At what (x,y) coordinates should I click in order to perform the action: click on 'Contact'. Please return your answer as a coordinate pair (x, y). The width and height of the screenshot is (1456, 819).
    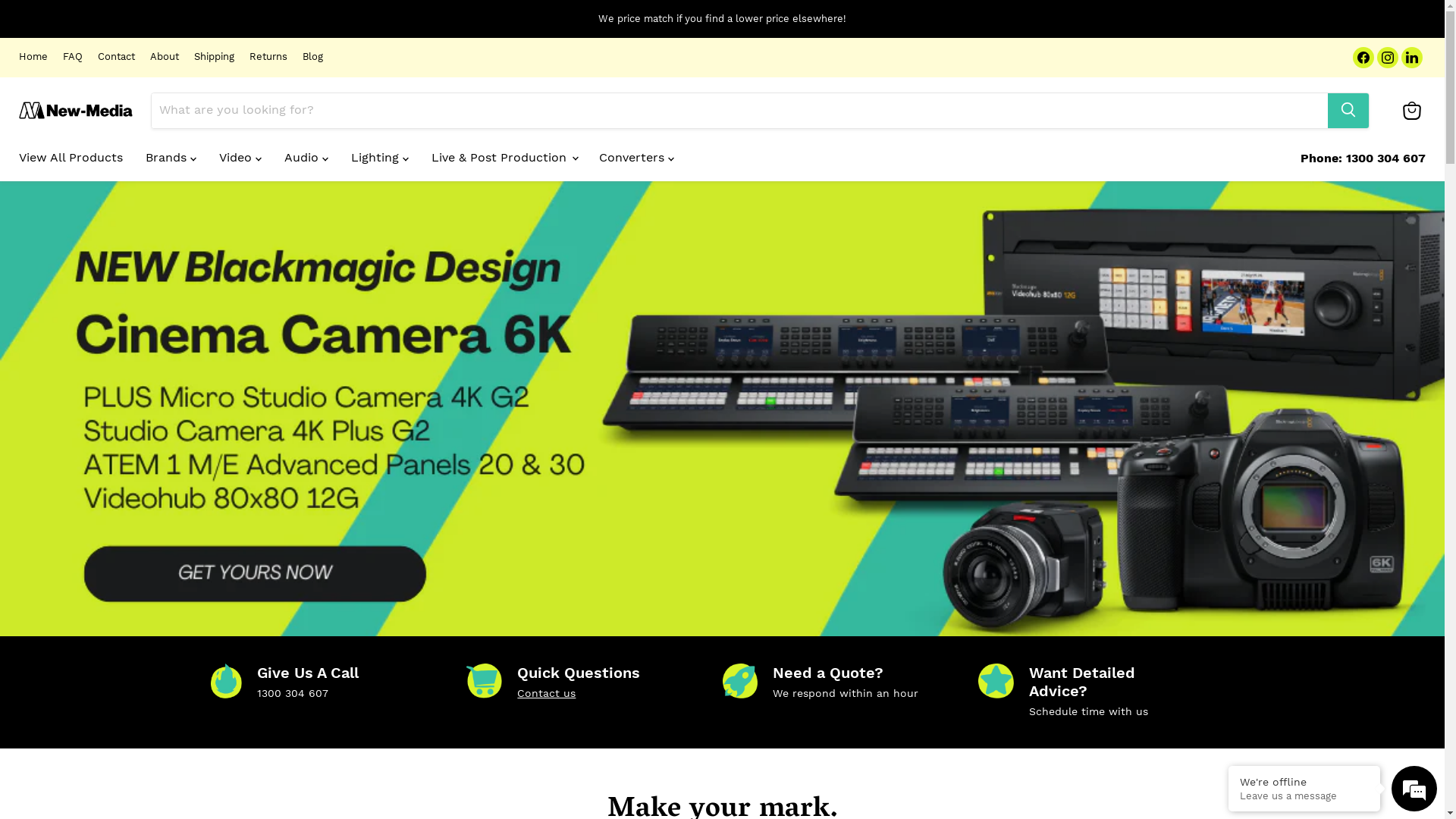
    Looking at the image, I should click on (115, 56).